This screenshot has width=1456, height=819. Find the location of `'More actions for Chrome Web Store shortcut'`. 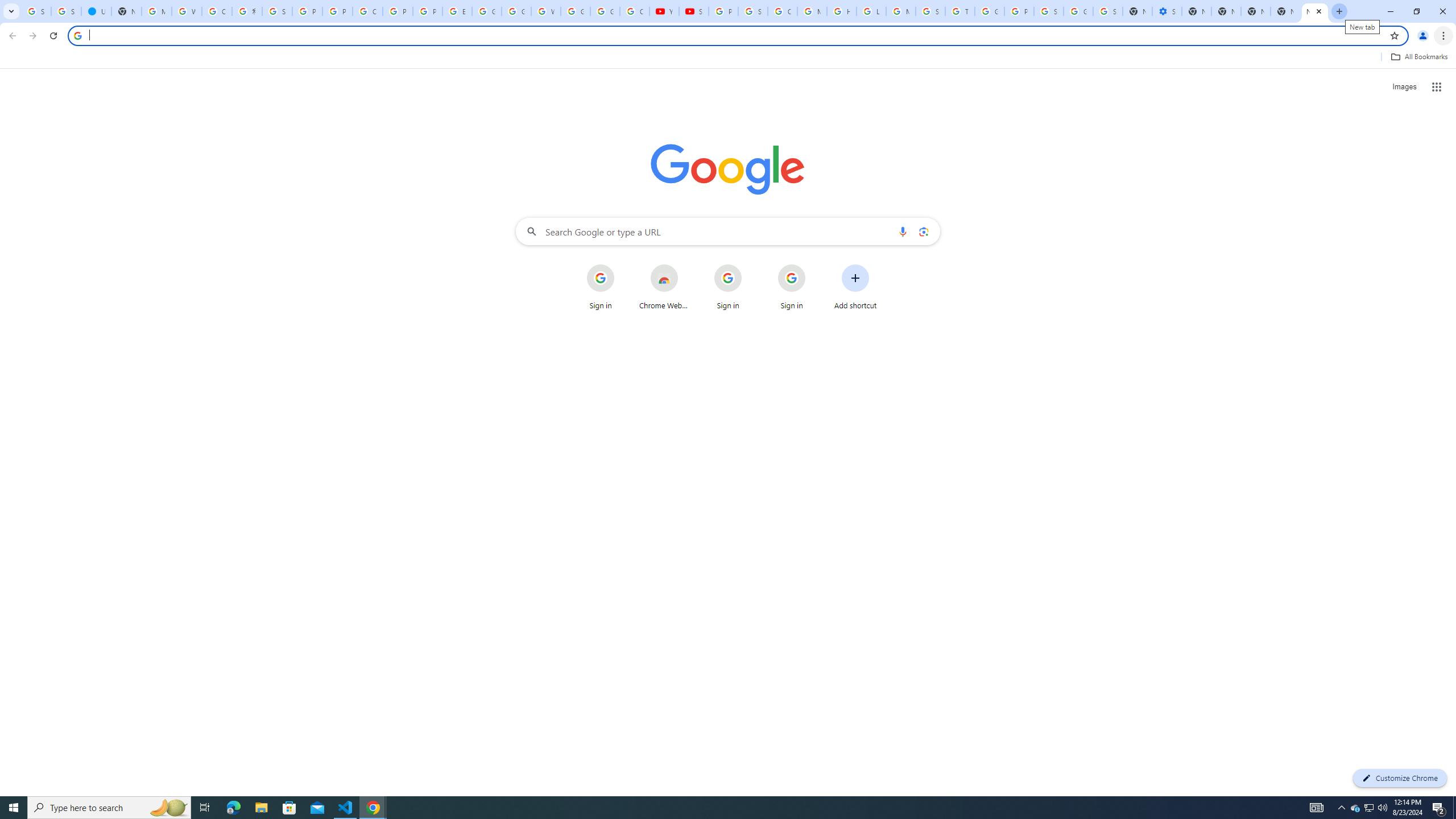

'More actions for Chrome Web Store shortcut' is located at coordinates (686, 266).